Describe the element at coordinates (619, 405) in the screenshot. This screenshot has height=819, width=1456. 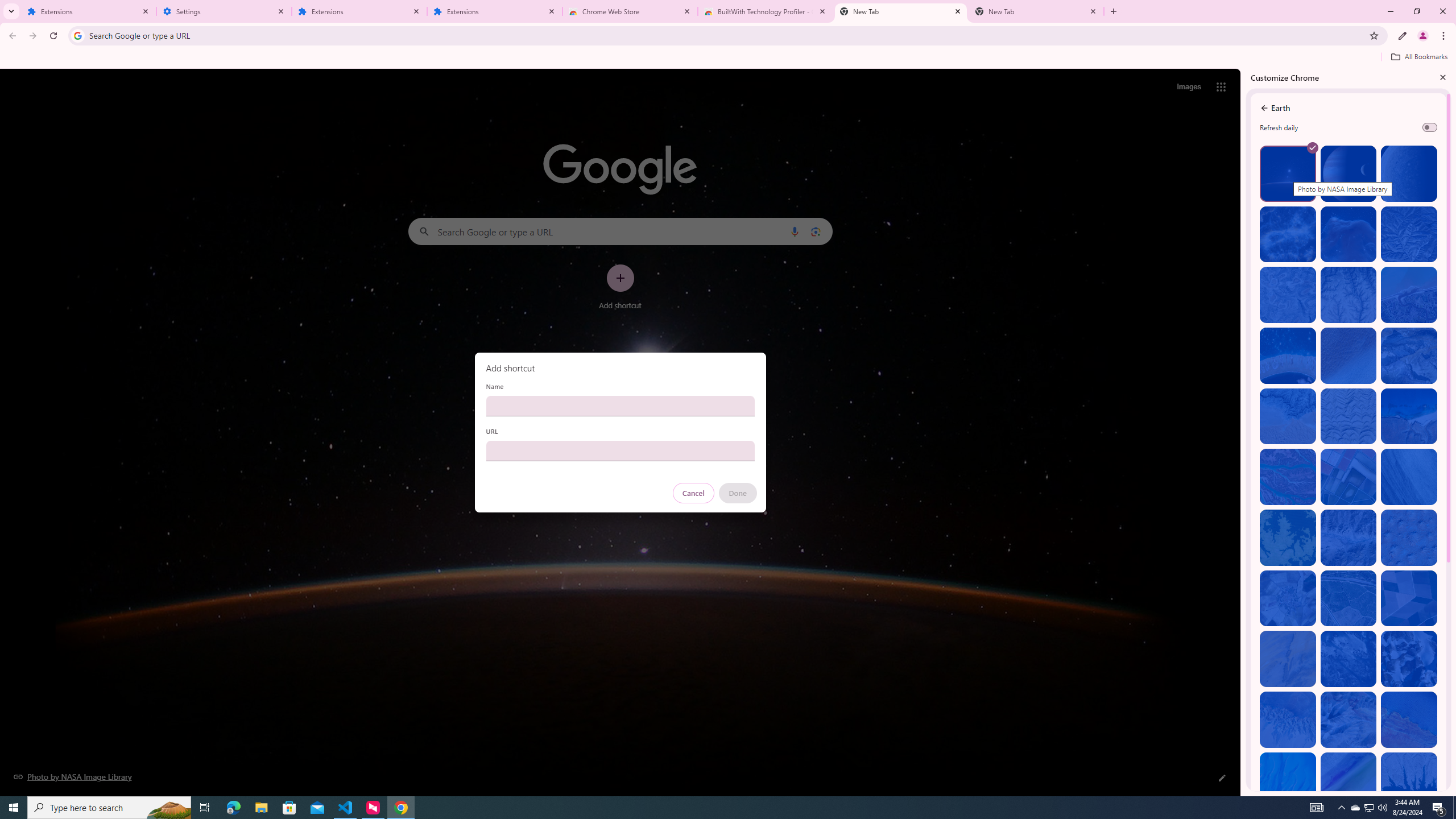
I see `'Name'` at that location.